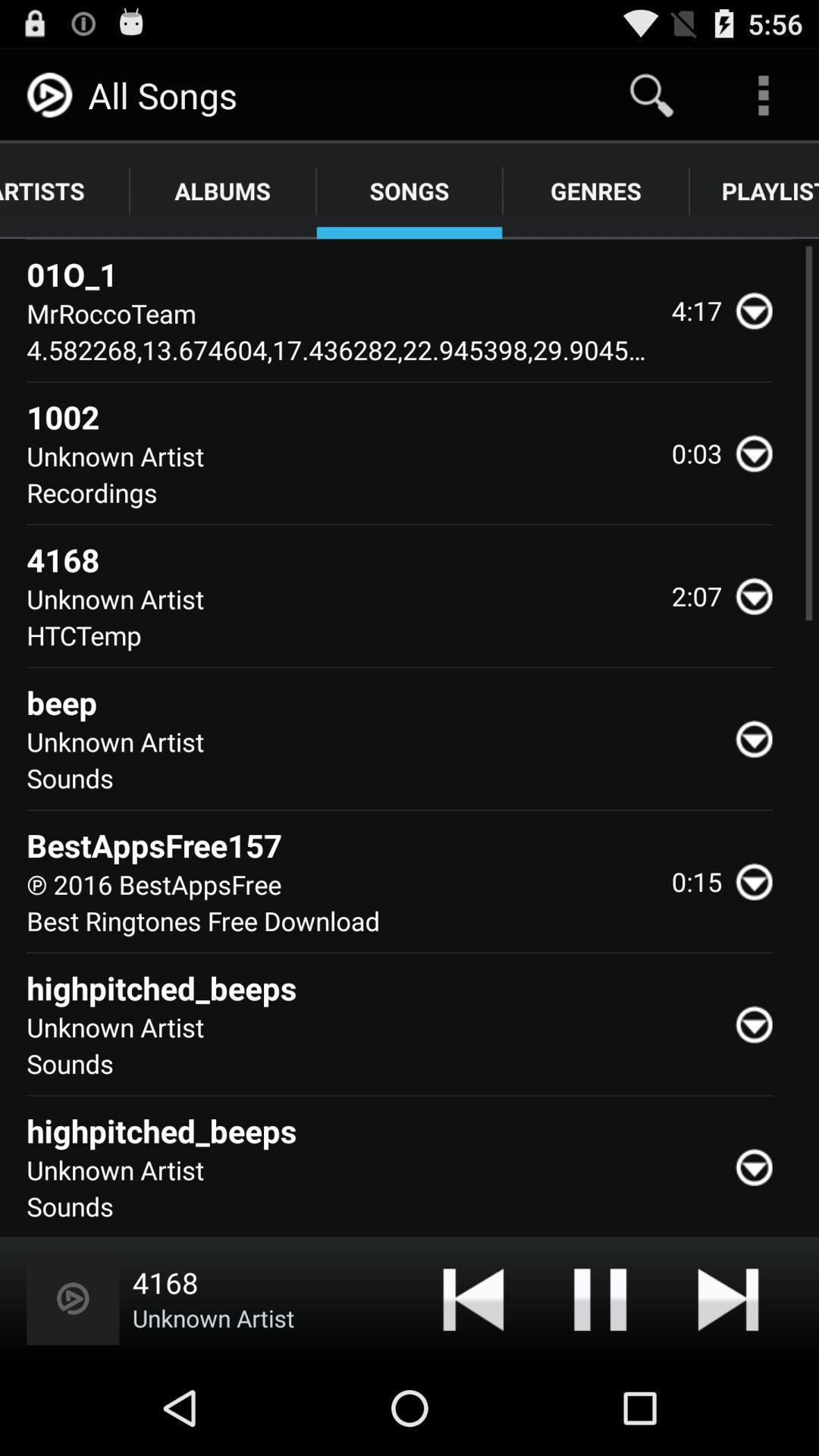  I want to click on the visibility icon, so click(761, 331).